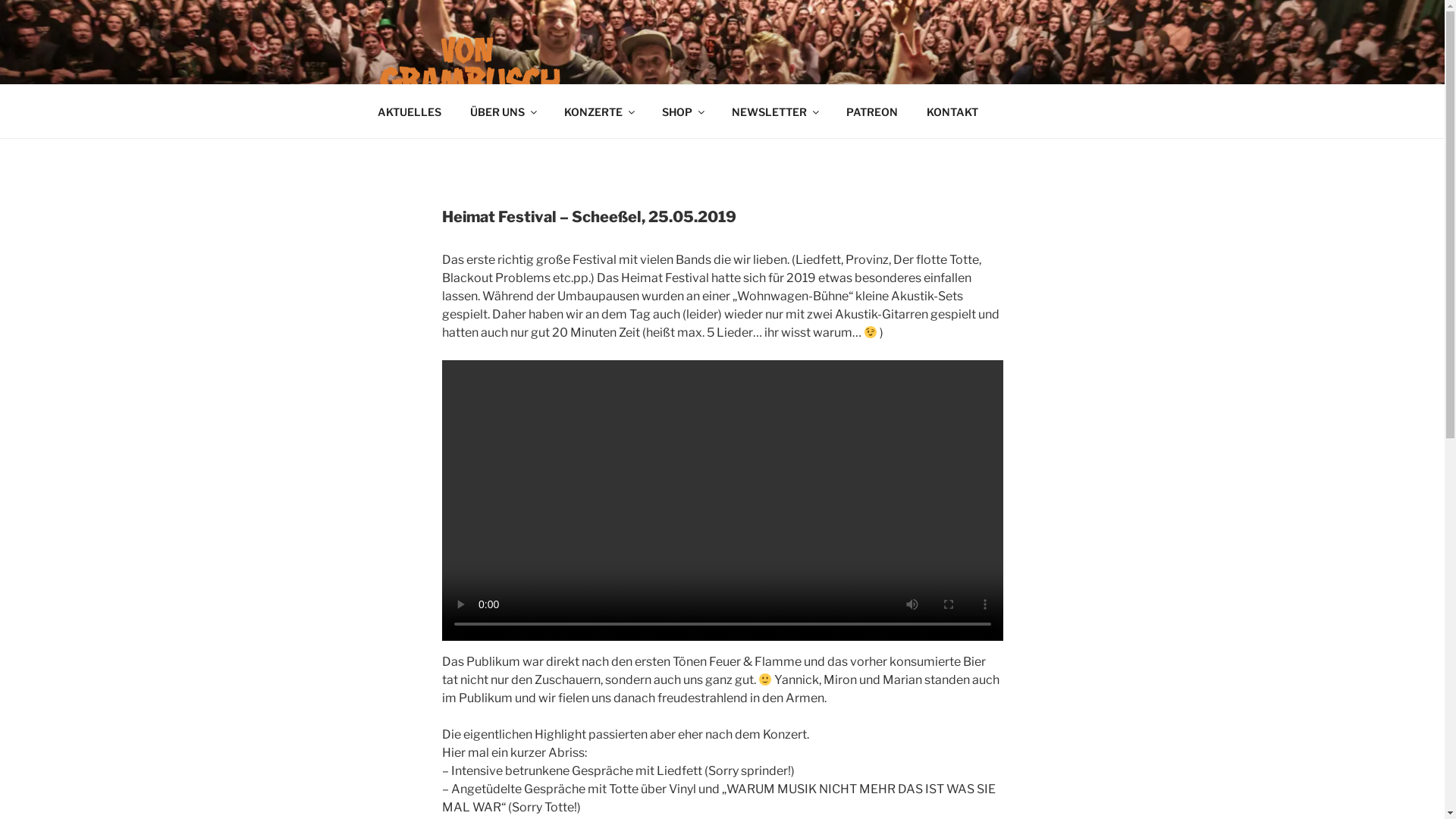 The height and width of the screenshot is (819, 1456). I want to click on 'KONZERTE', so click(597, 110).